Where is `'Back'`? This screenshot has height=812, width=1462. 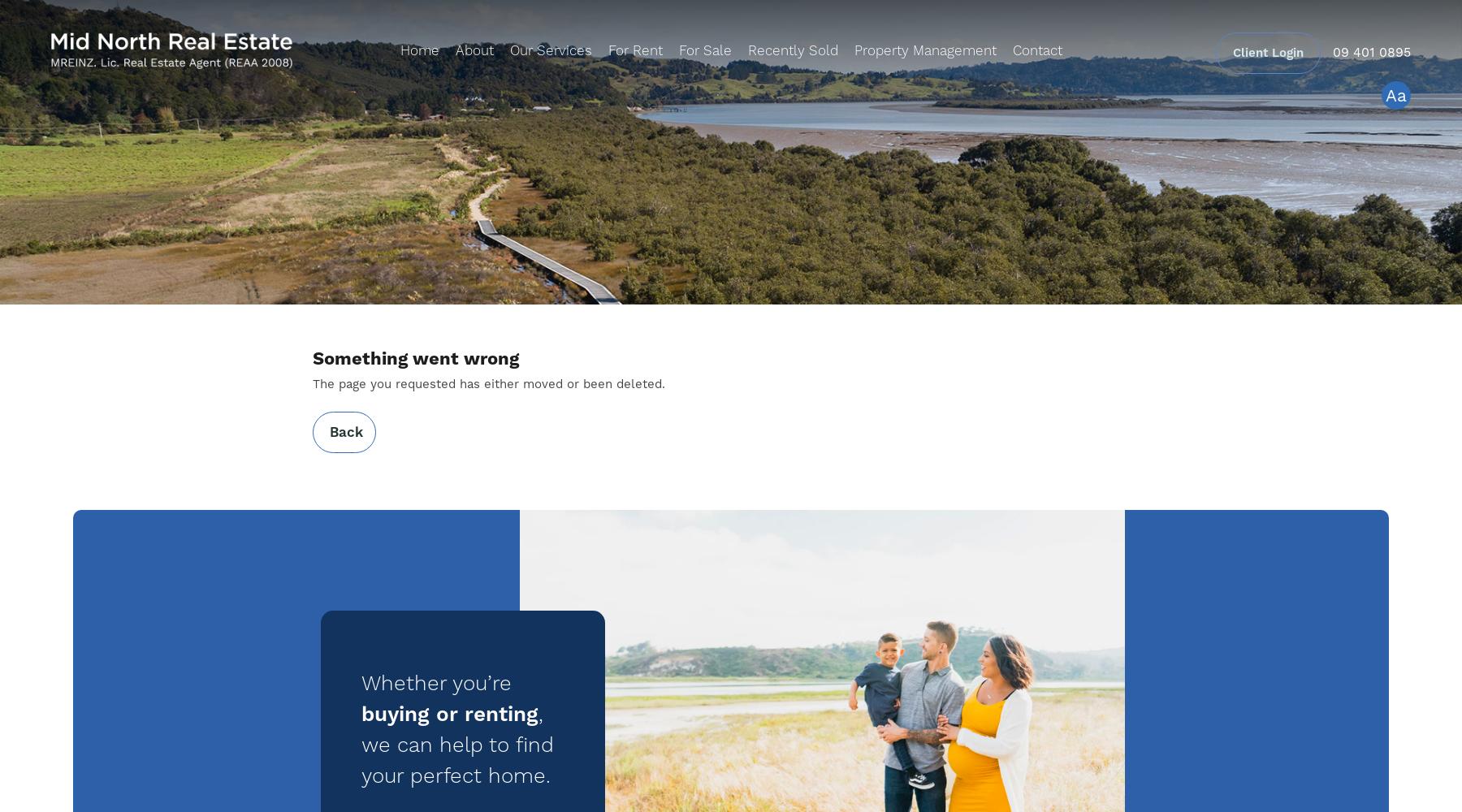 'Back' is located at coordinates (330, 432).